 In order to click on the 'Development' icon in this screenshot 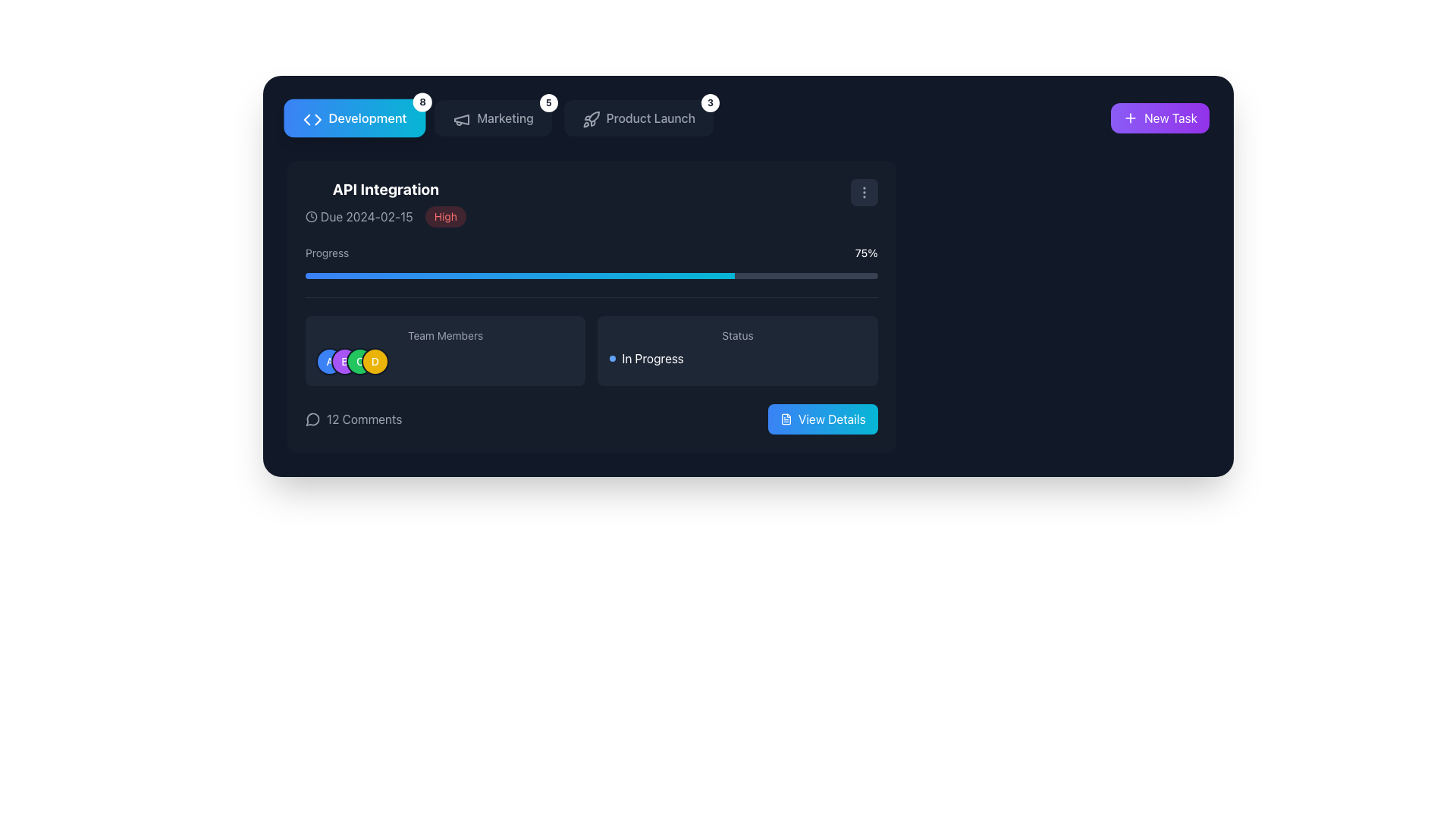, I will do `click(310, 117)`.